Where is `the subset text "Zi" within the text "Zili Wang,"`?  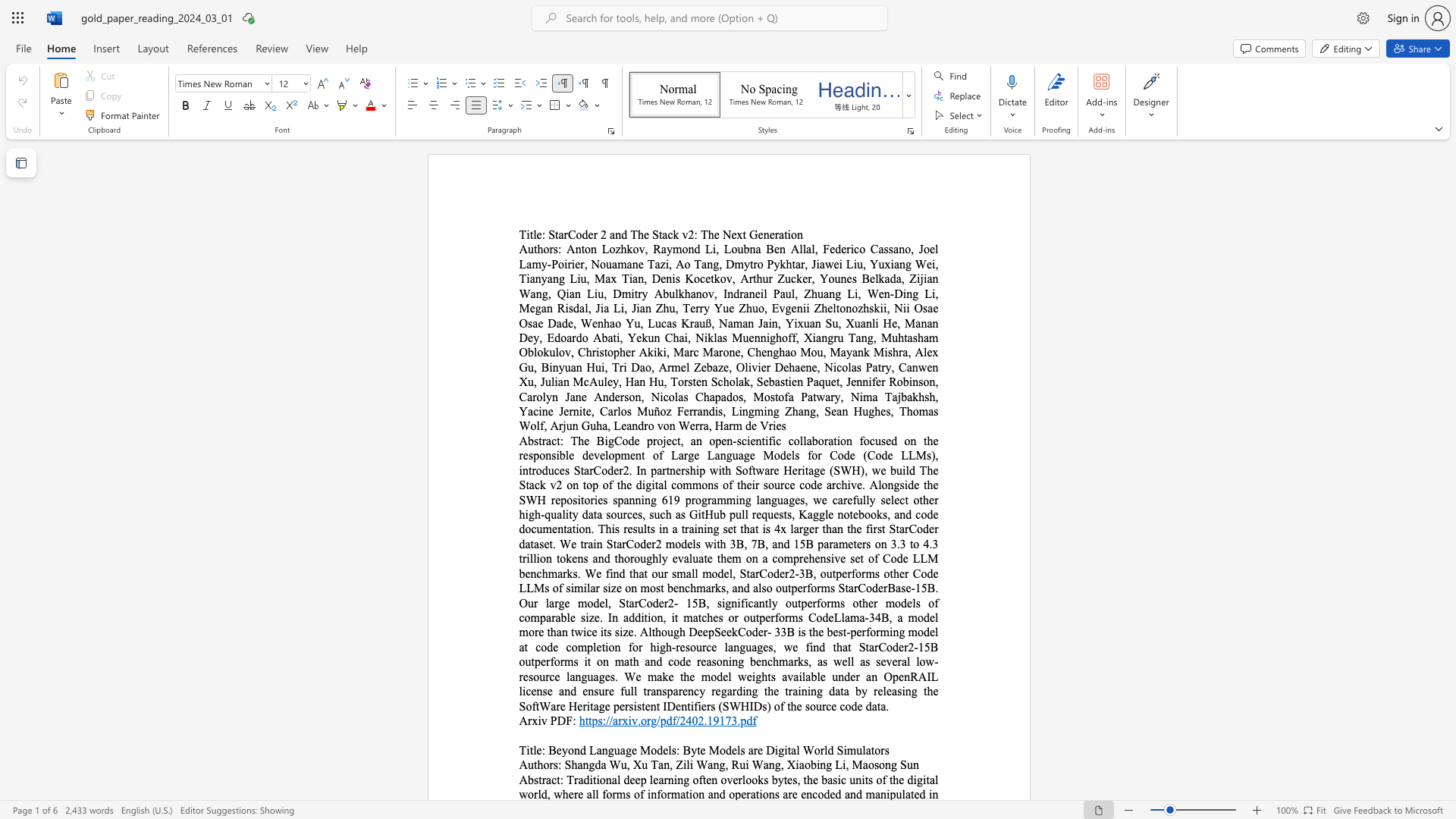
the subset text "Zi" within the text "Zili Wang," is located at coordinates (675, 764).